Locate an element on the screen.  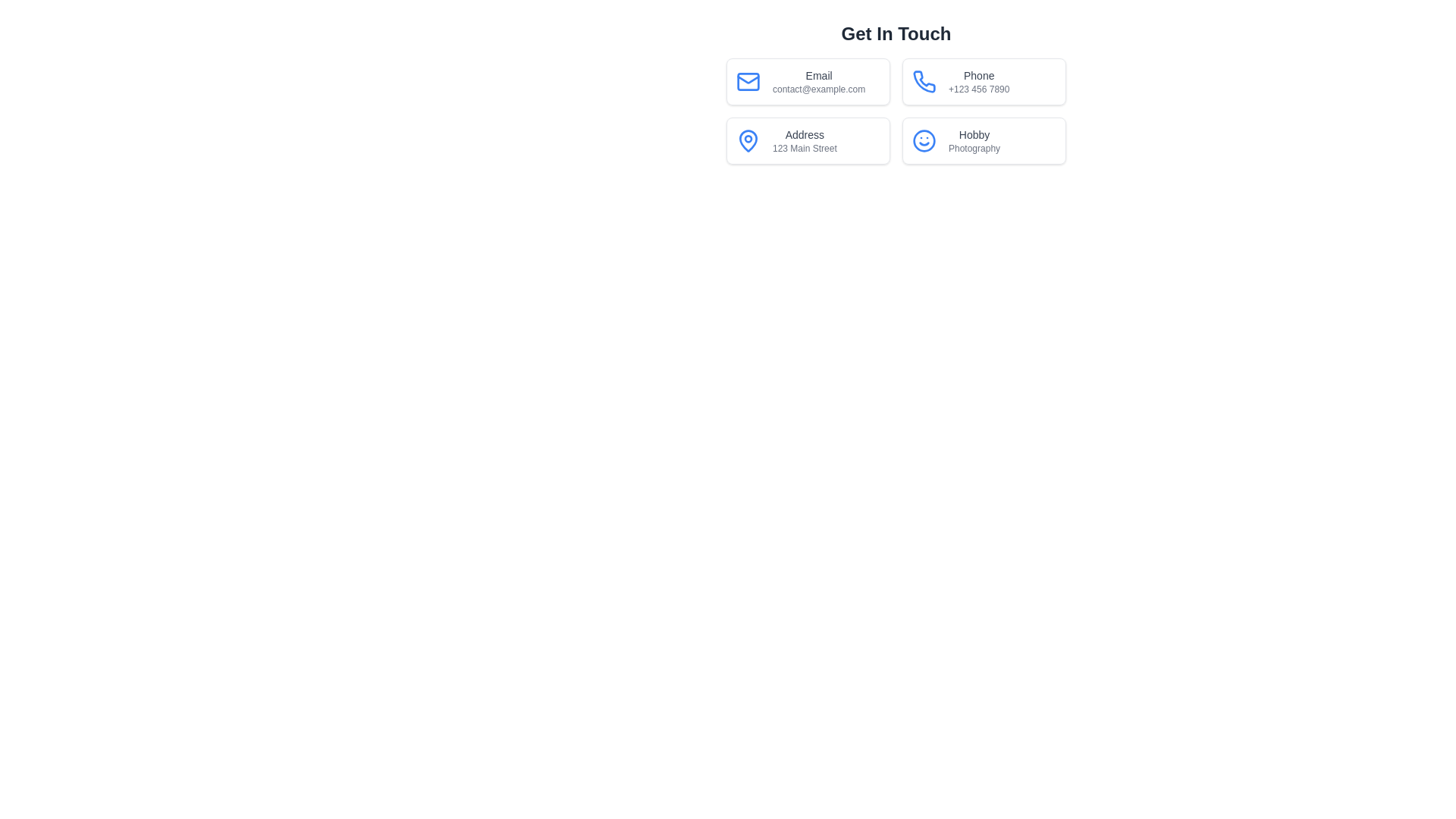
address information displayed in the text block labeled 'Address' with the value '123 Main Street', located in the middle left section of the layout is located at coordinates (804, 140).